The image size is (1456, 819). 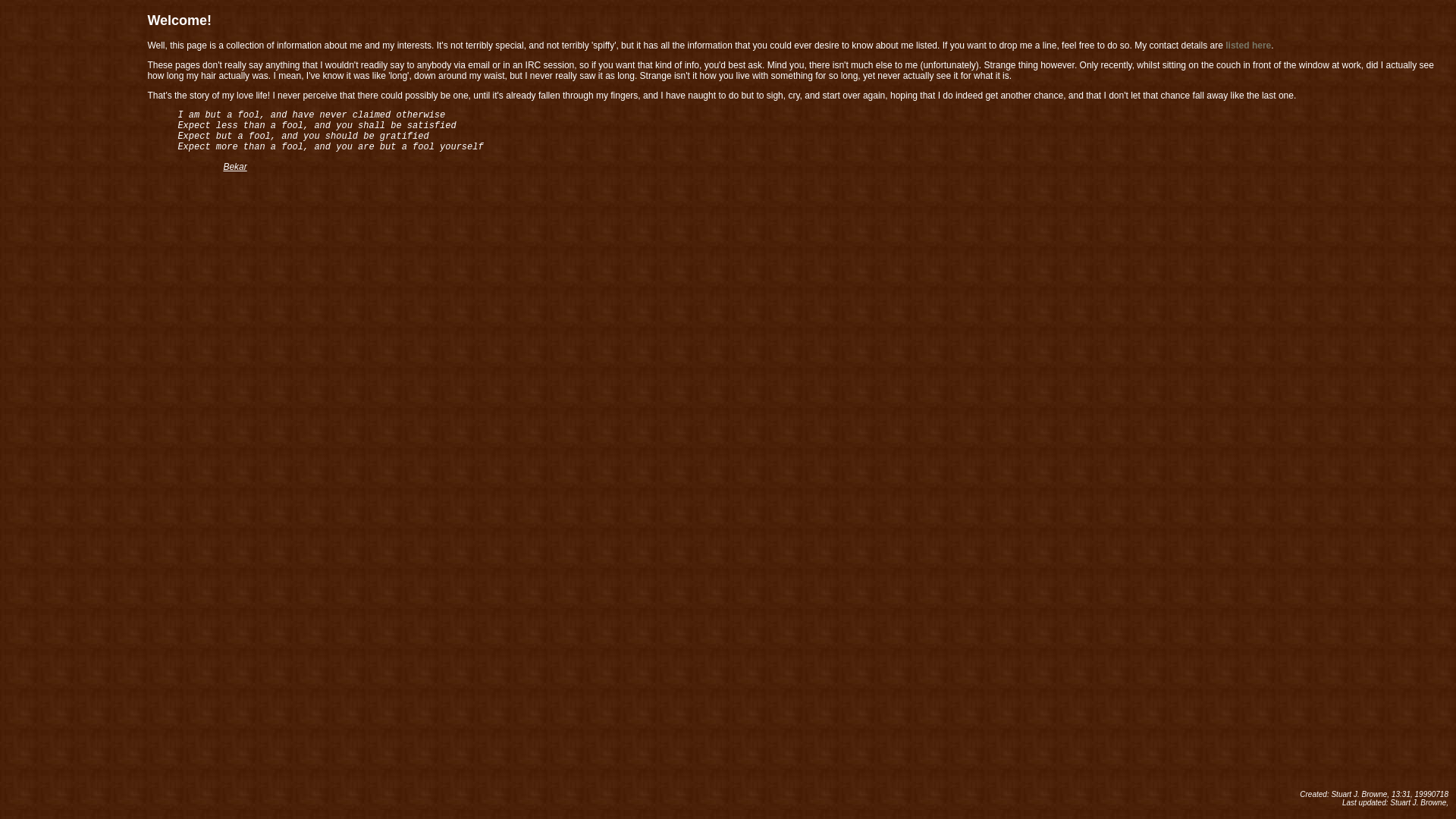 What do you see at coordinates (1225, 45) in the screenshot?
I see `'listed here'` at bounding box center [1225, 45].